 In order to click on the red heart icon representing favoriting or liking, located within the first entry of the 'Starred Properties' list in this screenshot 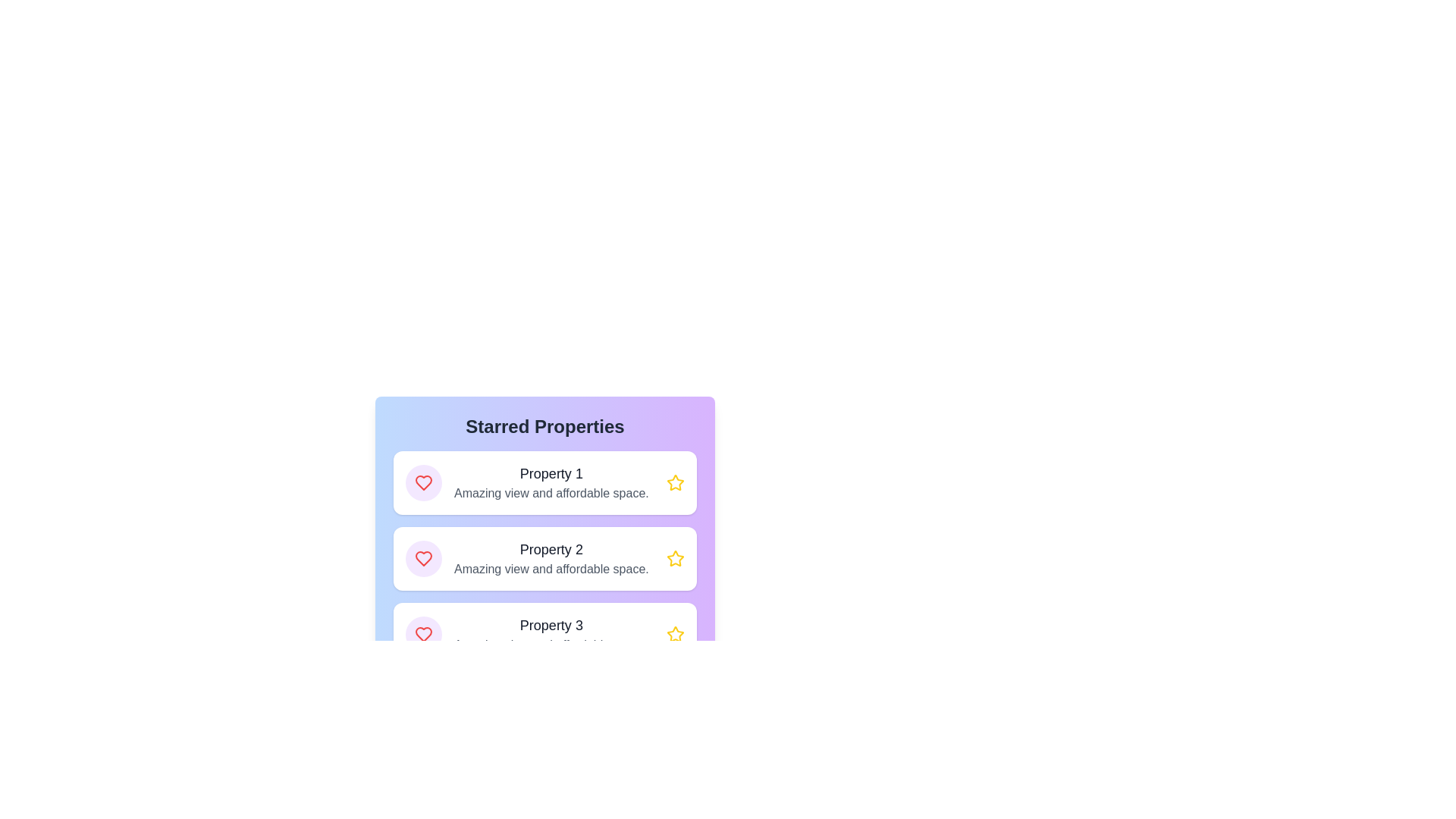, I will do `click(423, 558)`.